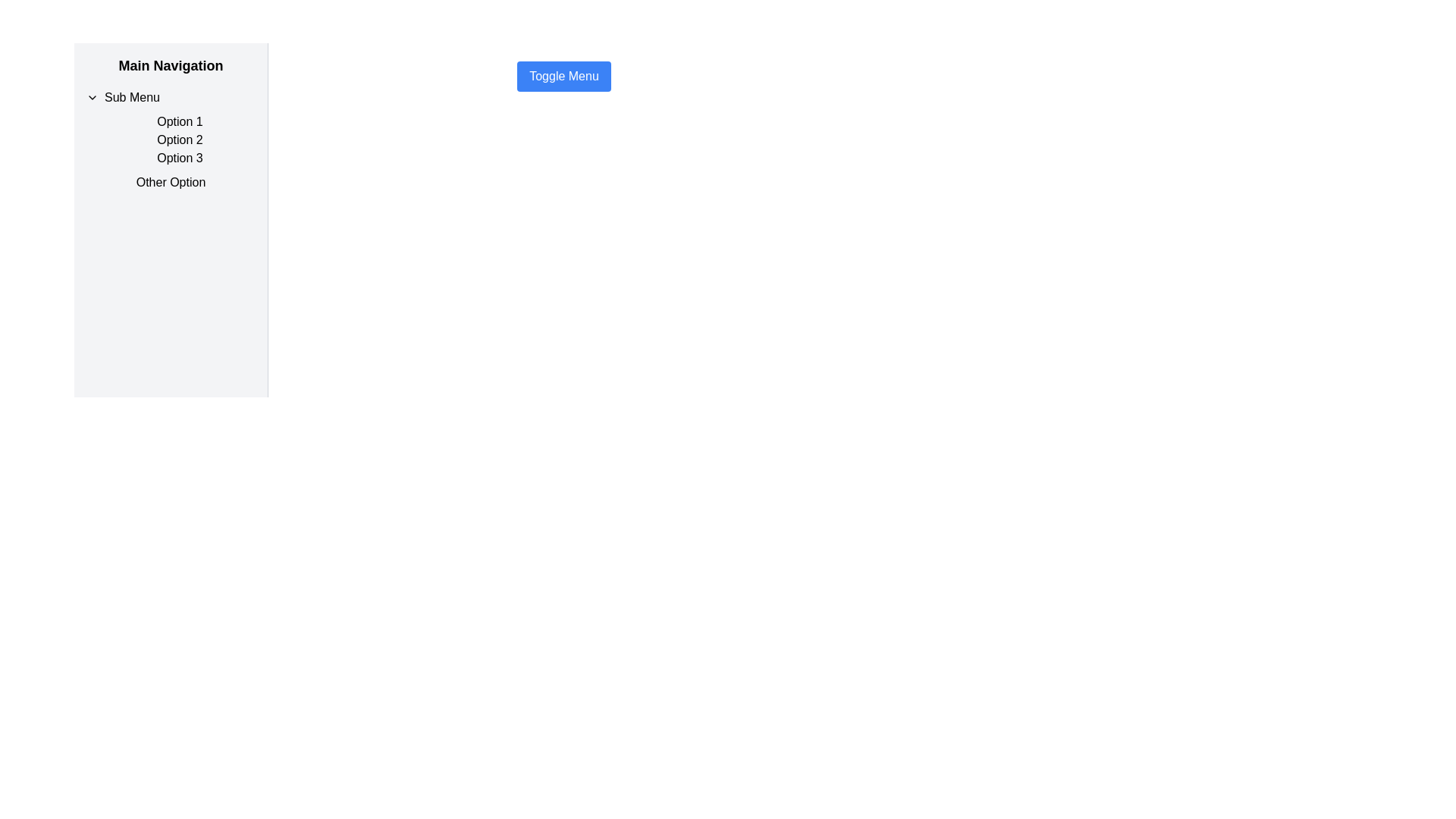 The width and height of the screenshot is (1456, 819). What do you see at coordinates (171, 181) in the screenshot?
I see `the fourth text label in the vertical list under the 'Sub Menu' header` at bounding box center [171, 181].